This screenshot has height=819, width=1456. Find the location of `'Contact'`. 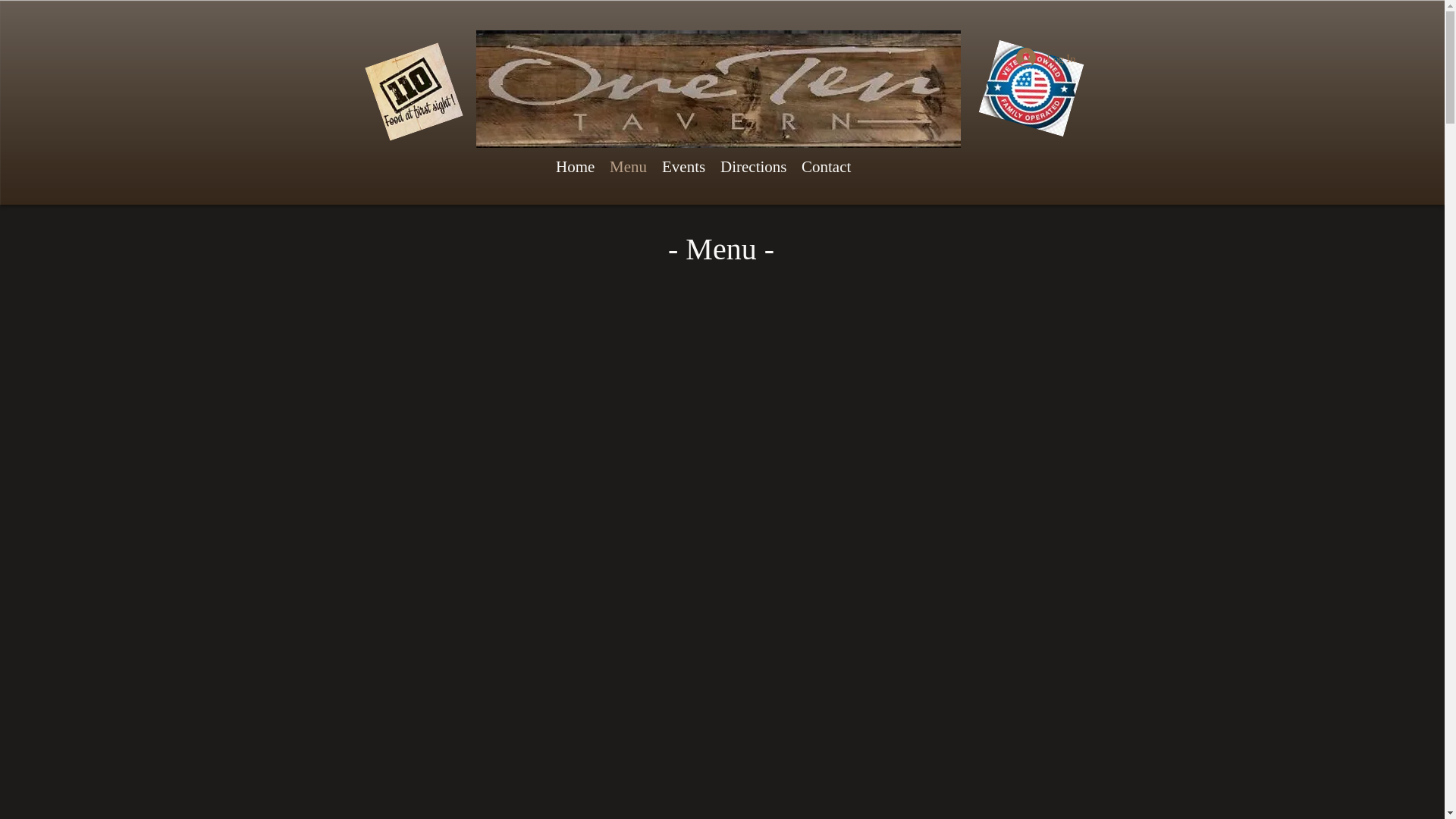

'Contact' is located at coordinates (825, 166).